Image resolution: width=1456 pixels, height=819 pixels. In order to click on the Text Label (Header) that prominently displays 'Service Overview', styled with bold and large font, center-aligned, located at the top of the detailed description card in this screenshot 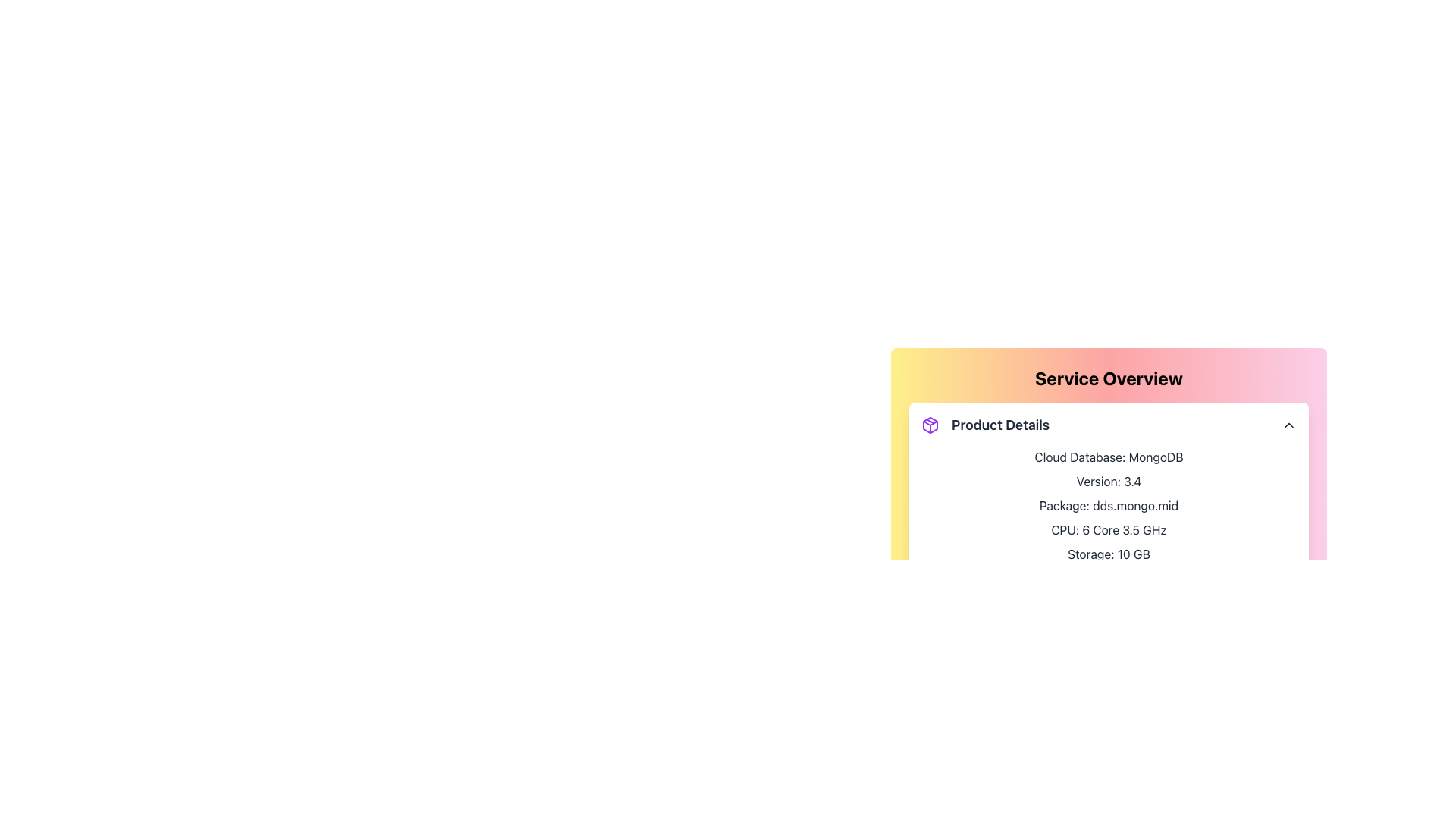, I will do `click(1109, 377)`.